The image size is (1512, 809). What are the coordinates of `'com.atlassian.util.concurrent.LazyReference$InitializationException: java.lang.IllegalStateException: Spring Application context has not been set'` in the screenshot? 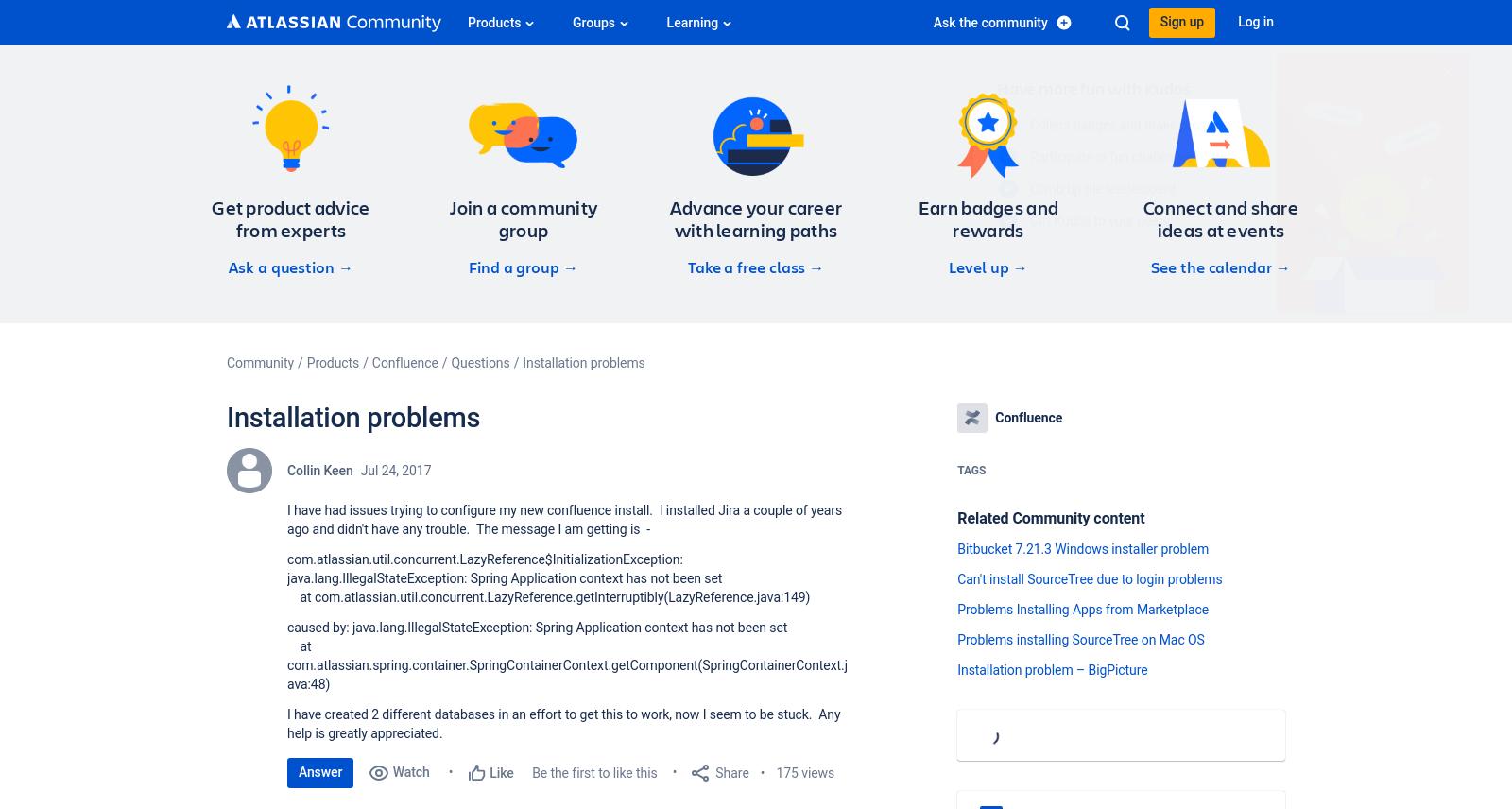 It's located at (503, 569).